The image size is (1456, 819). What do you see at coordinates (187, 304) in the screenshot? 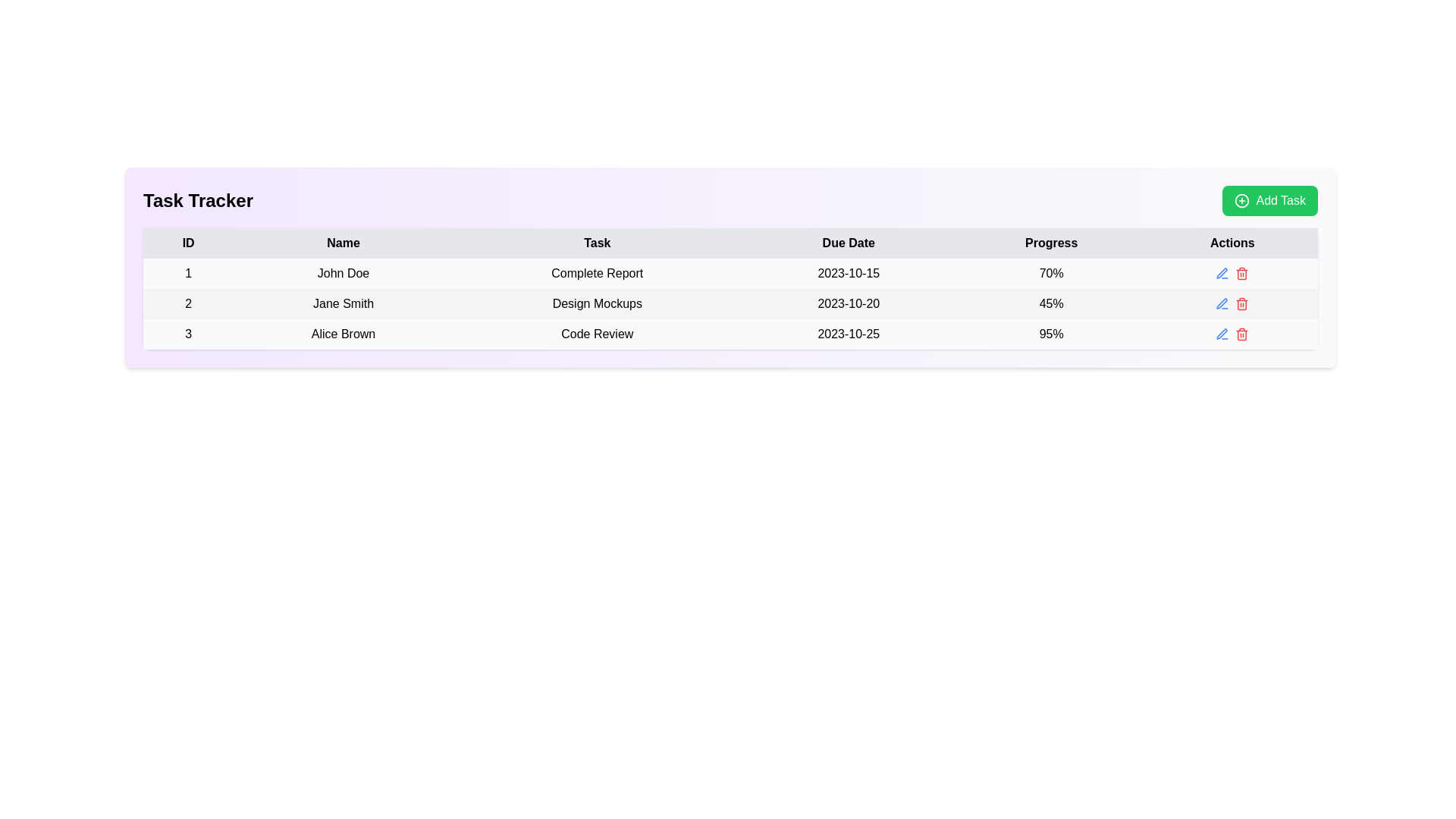
I see `number displayed in the table cell that contains the text '2', which is in the first column of the second row identified by 'Jane Smith'` at bounding box center [187, 304].